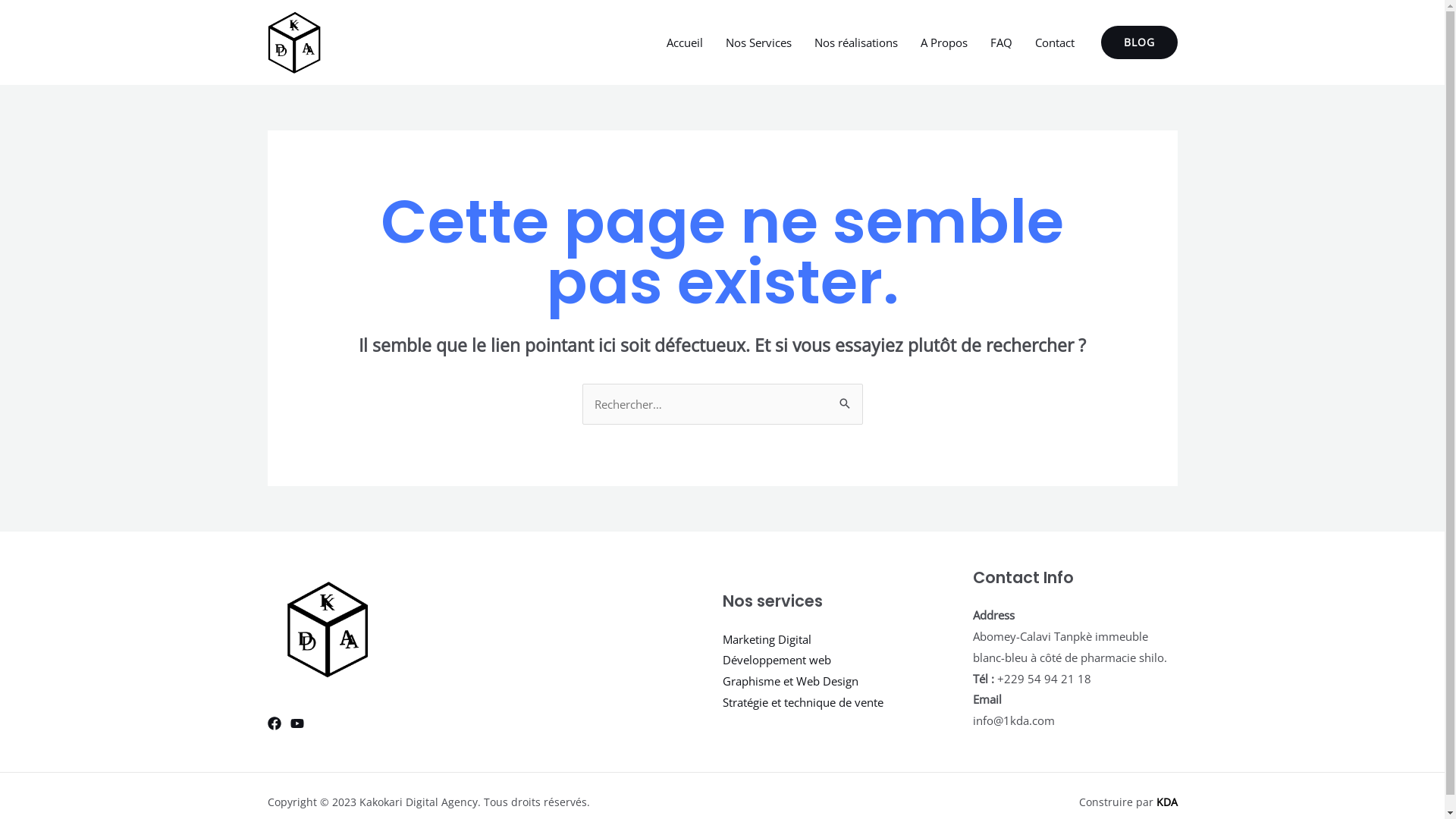 This screenshot has height=819, width=1456. I want to click on 'Contact', so click(1054, 42).